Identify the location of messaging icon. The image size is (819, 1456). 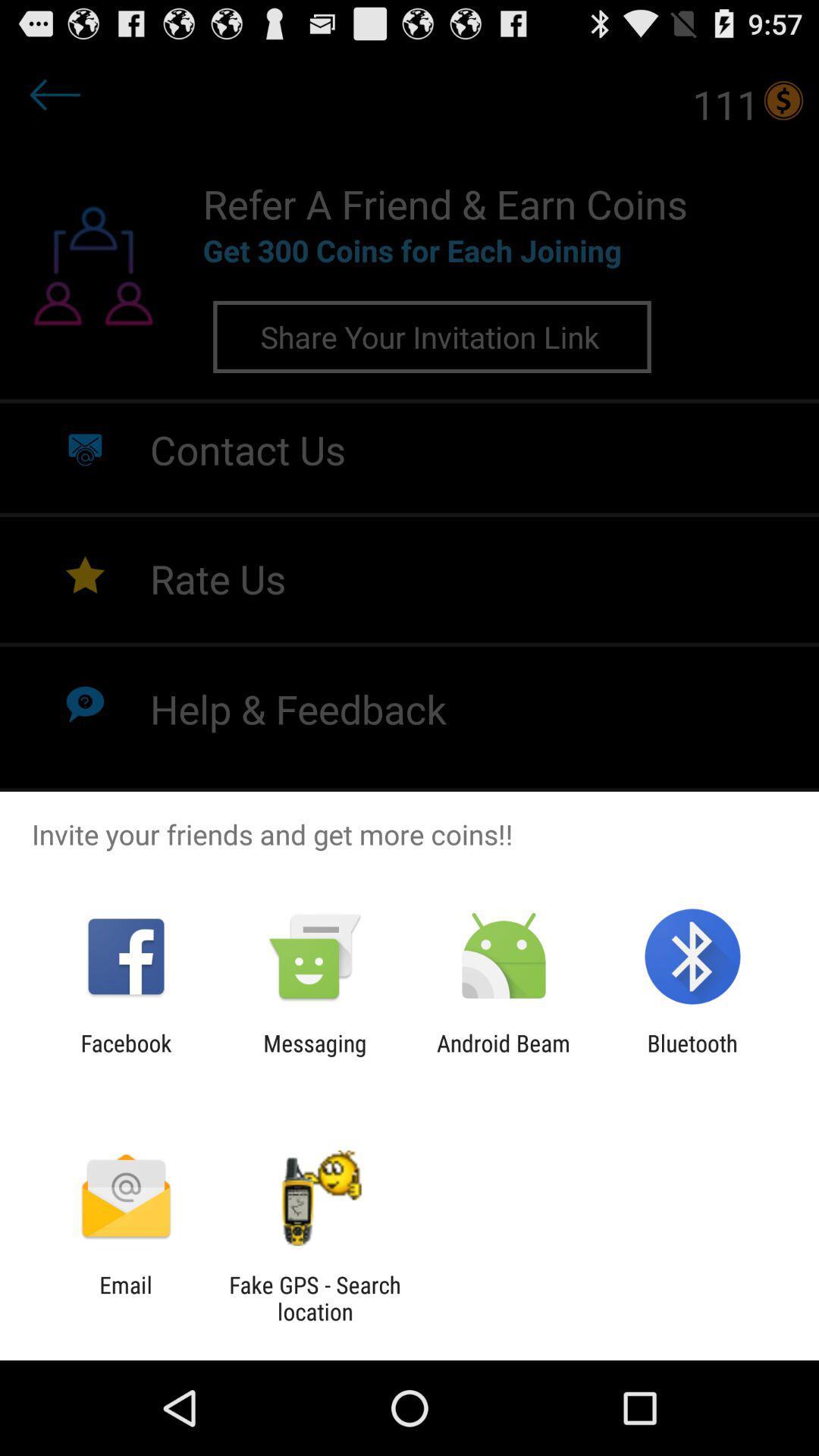
(314, 1056).